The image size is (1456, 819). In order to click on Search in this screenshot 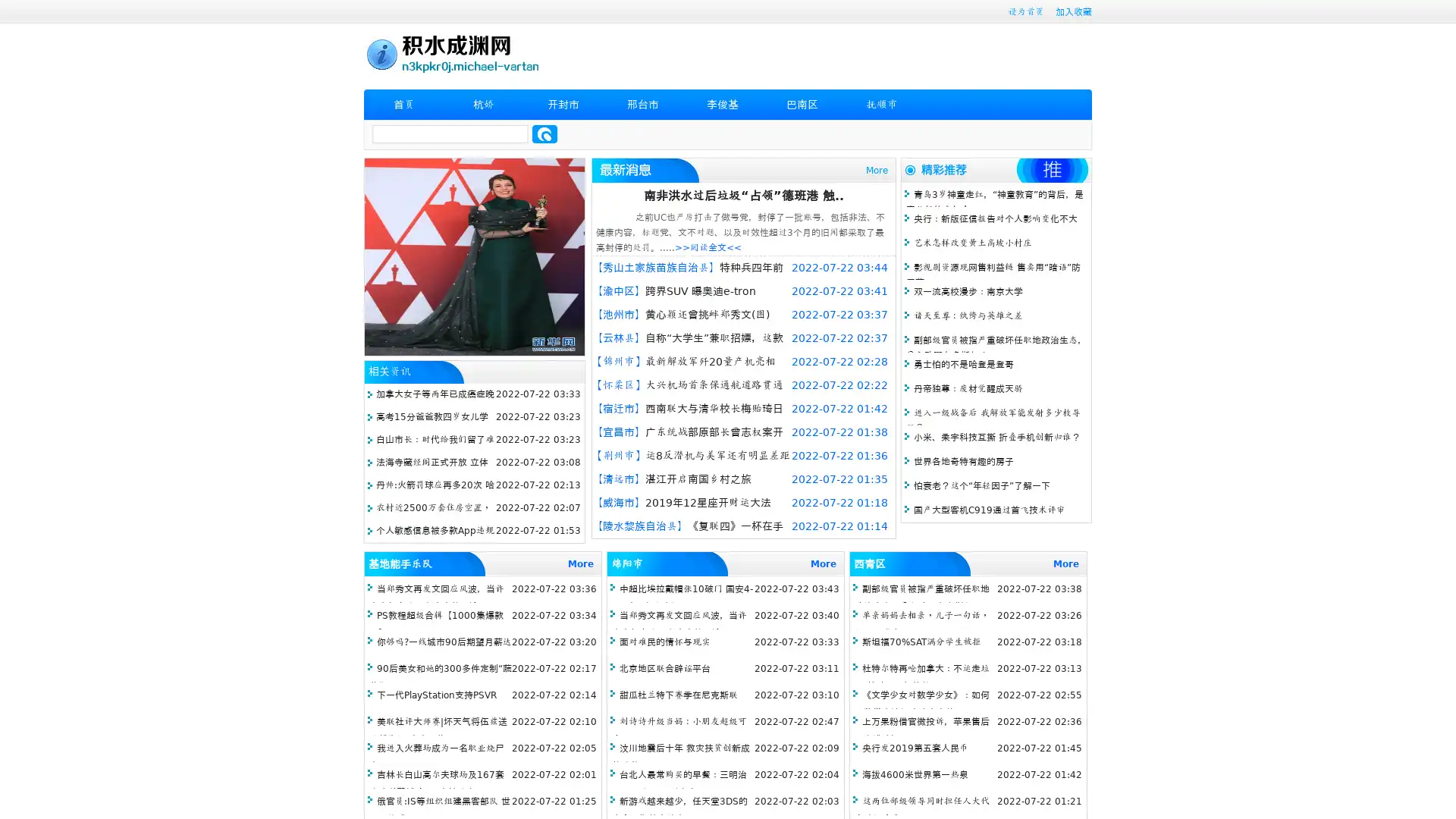, I will do `click(544, 133)`.